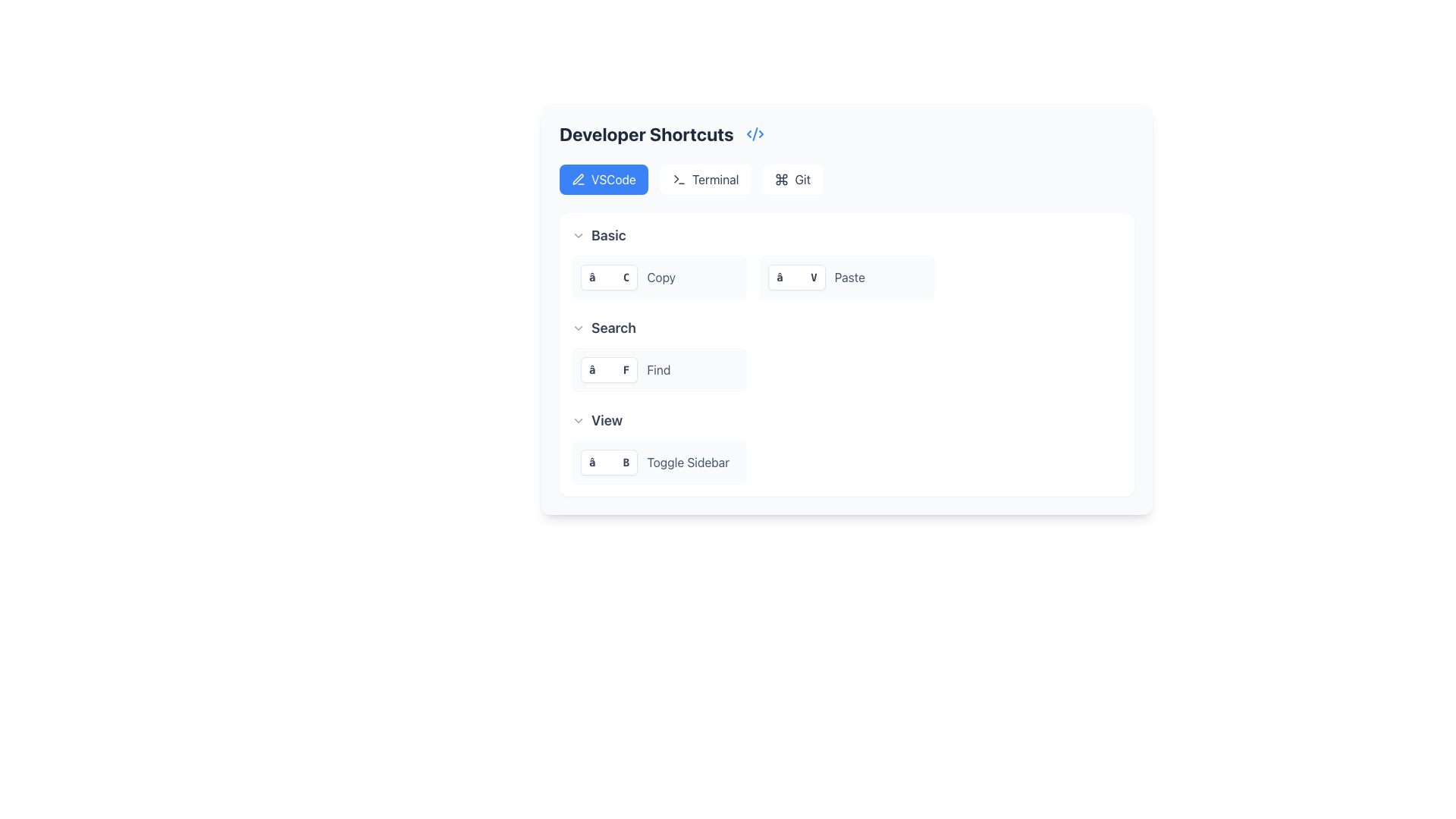 This screenshot has width=1456, height=819. What do you see at coordinates (846, 278) in the screenshot?
I see `the Button-like component representing the paste functionality, located in the second position within the 'Basic' group of the 'Developer Shortcuts' interface, to the immediate right of the 'Copy' button` at bounding box center [846, 278].